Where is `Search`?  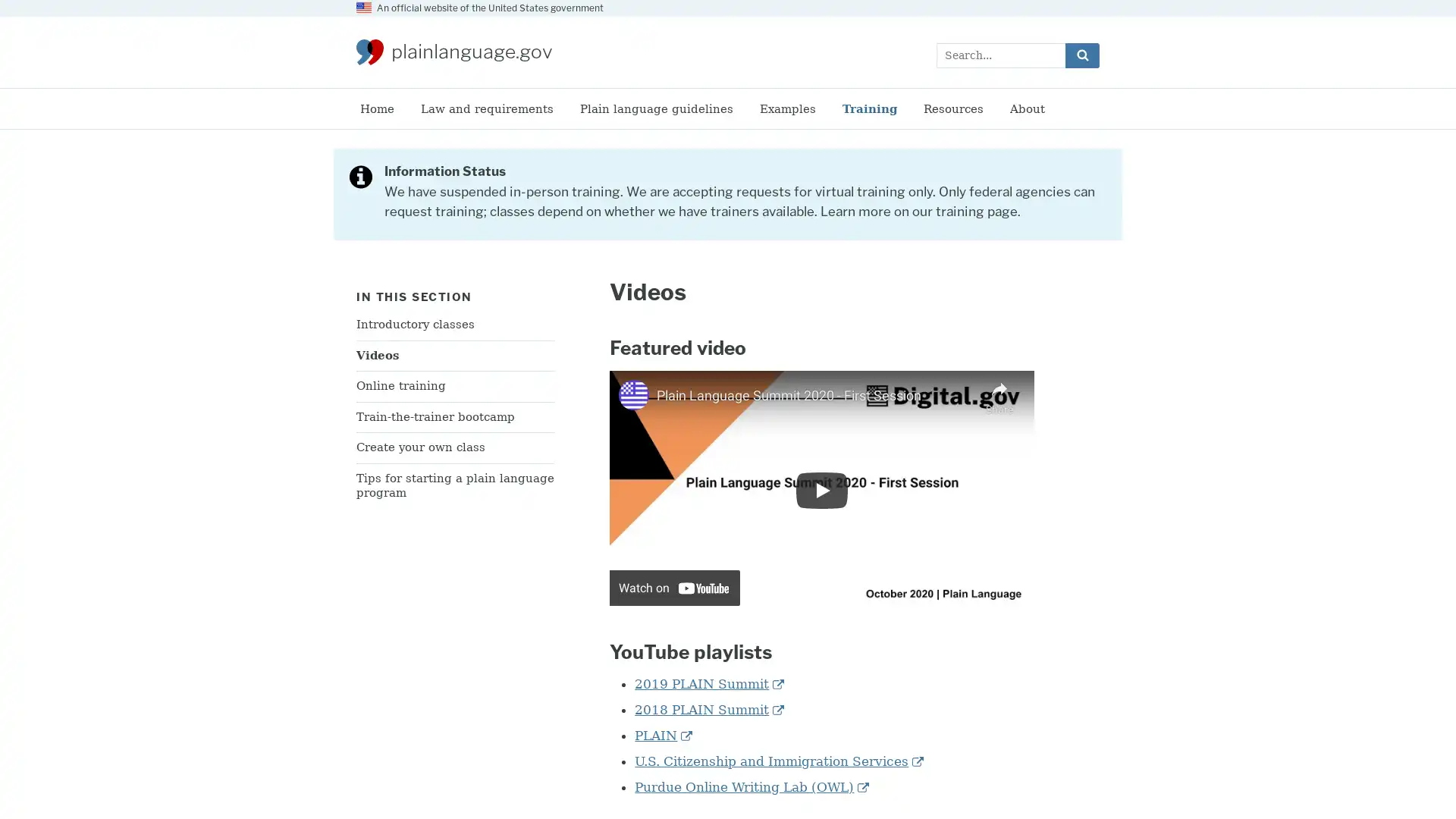 Search is located at coordinates (1081, 54).